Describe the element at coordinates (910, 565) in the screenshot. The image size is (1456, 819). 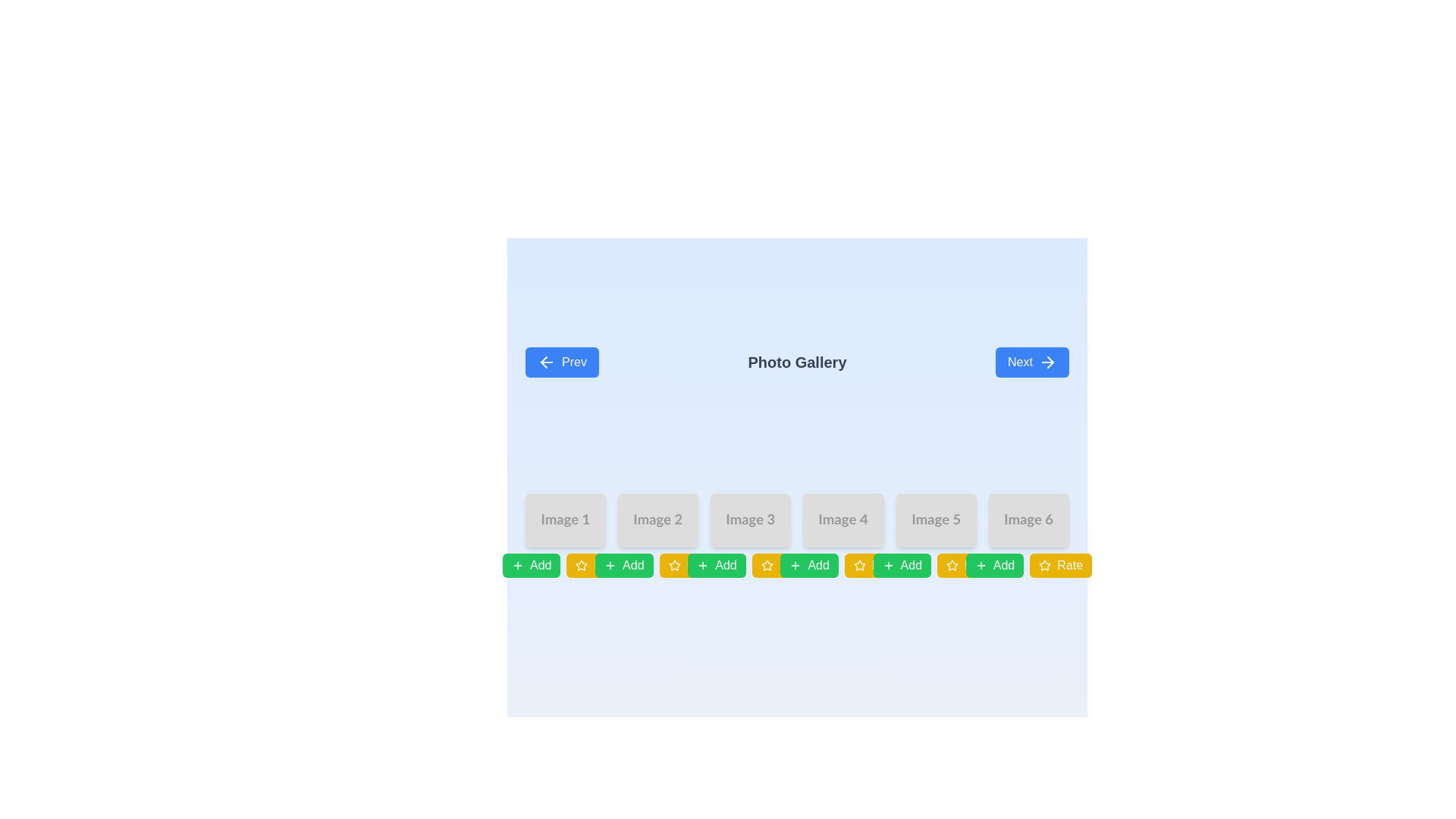
I see `the green rectangular button with rounded corners that has the text 'Add' in white, located below the fifth image in the gallery` at that location.